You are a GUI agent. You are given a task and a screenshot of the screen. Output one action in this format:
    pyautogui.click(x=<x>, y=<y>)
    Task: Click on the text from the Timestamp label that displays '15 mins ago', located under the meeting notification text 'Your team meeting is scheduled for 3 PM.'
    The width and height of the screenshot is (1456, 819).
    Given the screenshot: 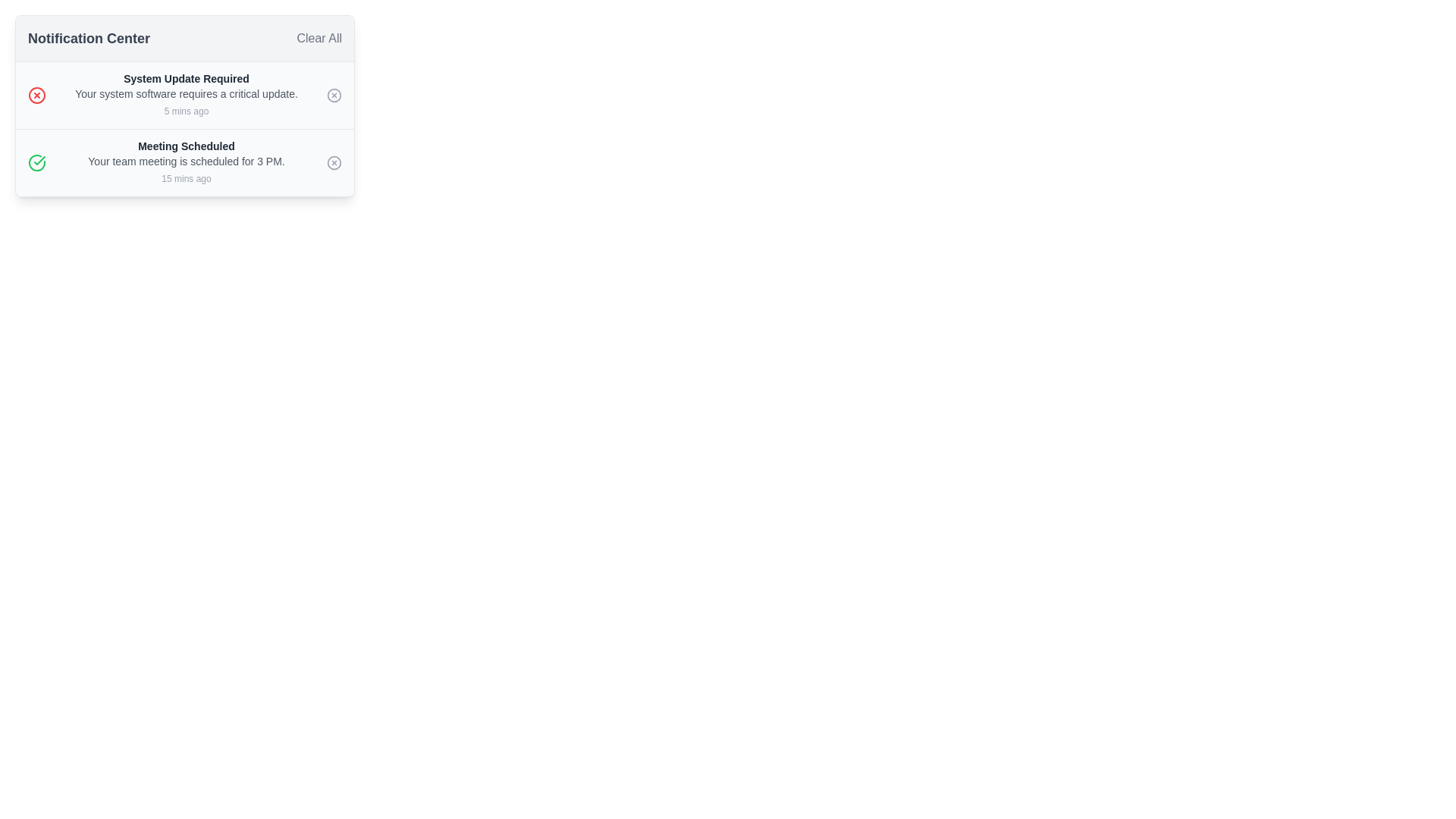 What is the action you would take?
    pyautogui.click(x=185, y=177)
    